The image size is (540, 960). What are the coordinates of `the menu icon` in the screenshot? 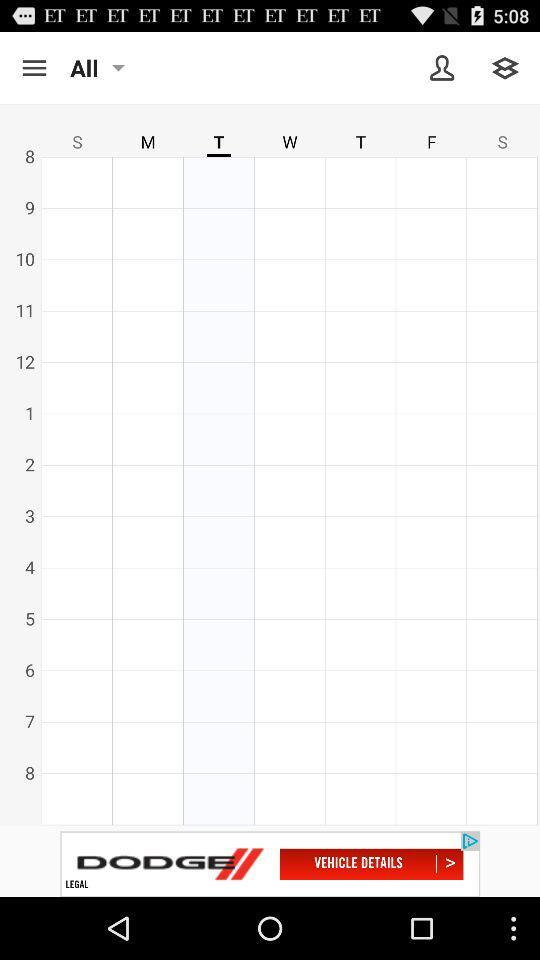 It's located at (33, 73).